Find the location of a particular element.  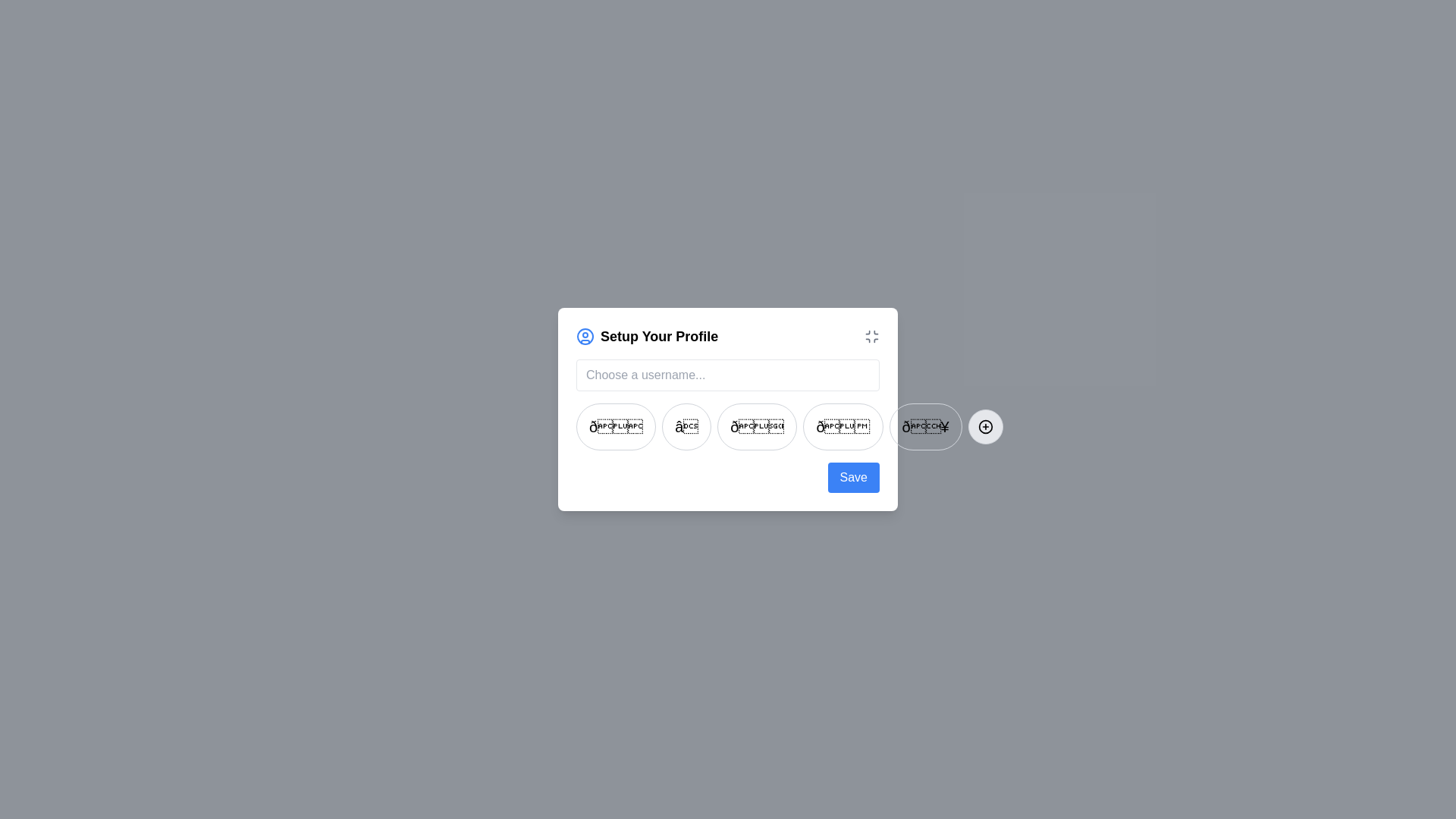

the 'Save' button located at the bottom-right corner of the 'Setup Your Profile' modal is located at coordinates (853, 476).